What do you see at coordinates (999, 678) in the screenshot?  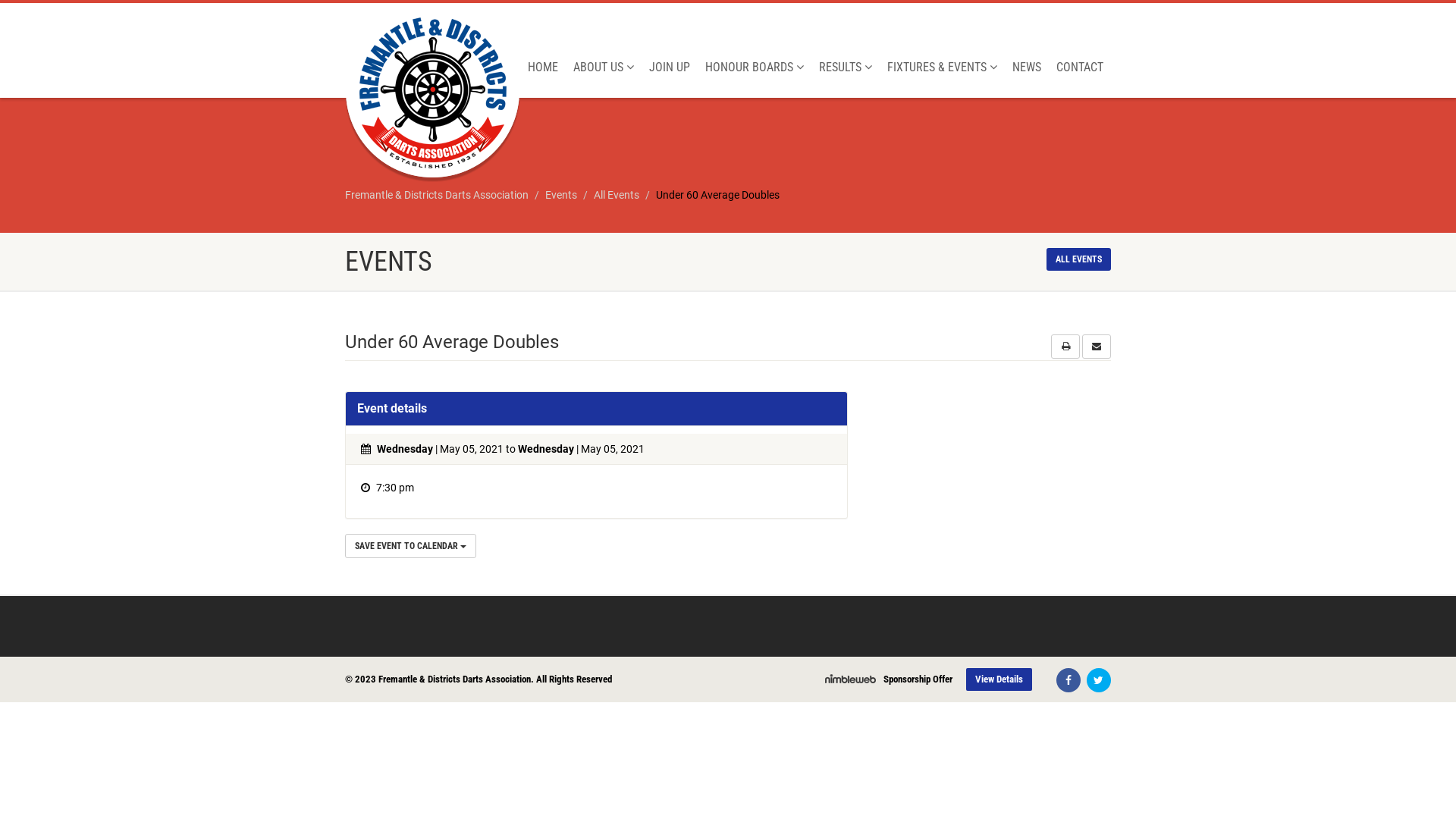 I see `'View Details'` at bounding box center [999, 678].